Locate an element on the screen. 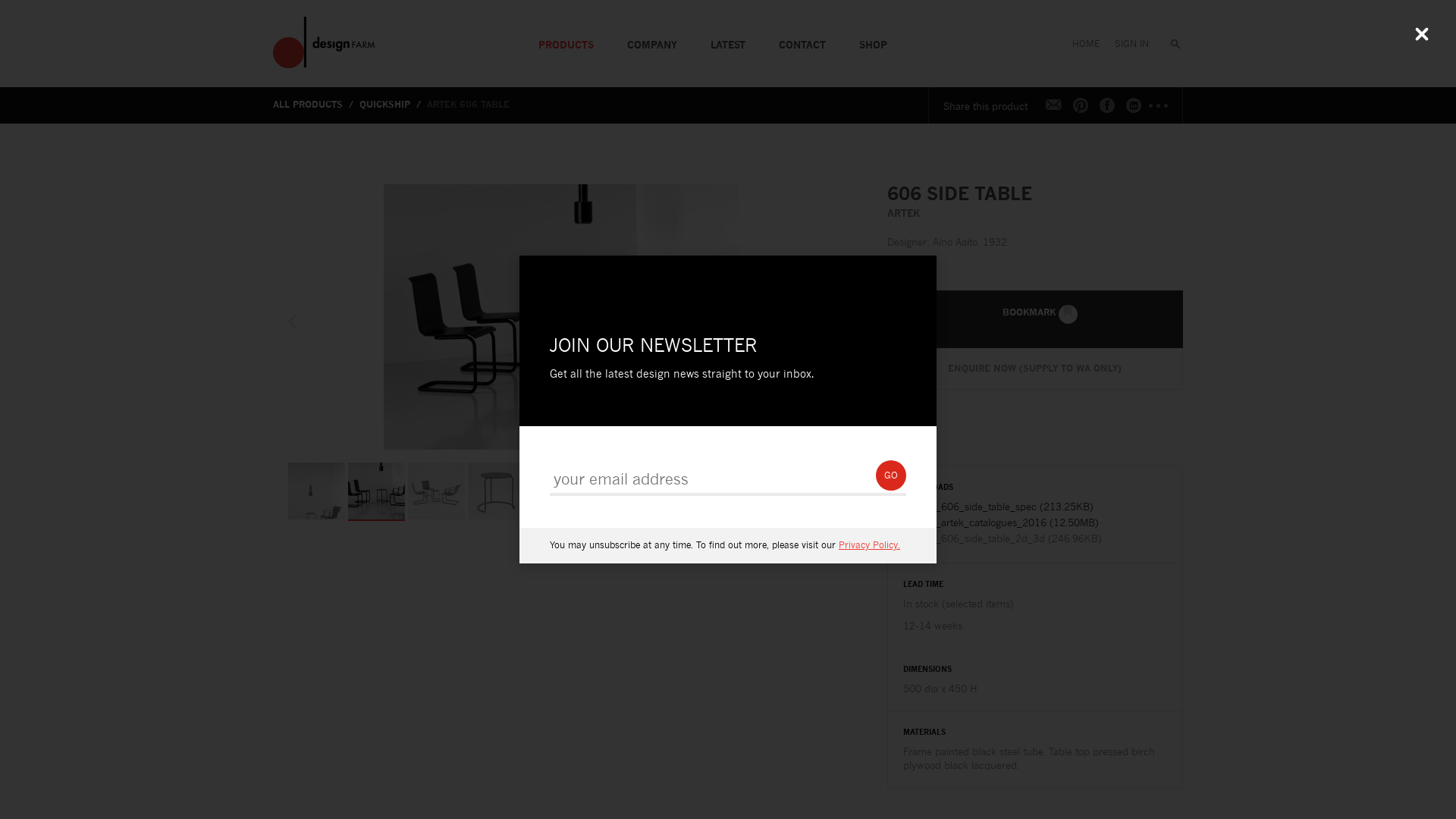  'CONTACT' is located at coordinates (801, 37).